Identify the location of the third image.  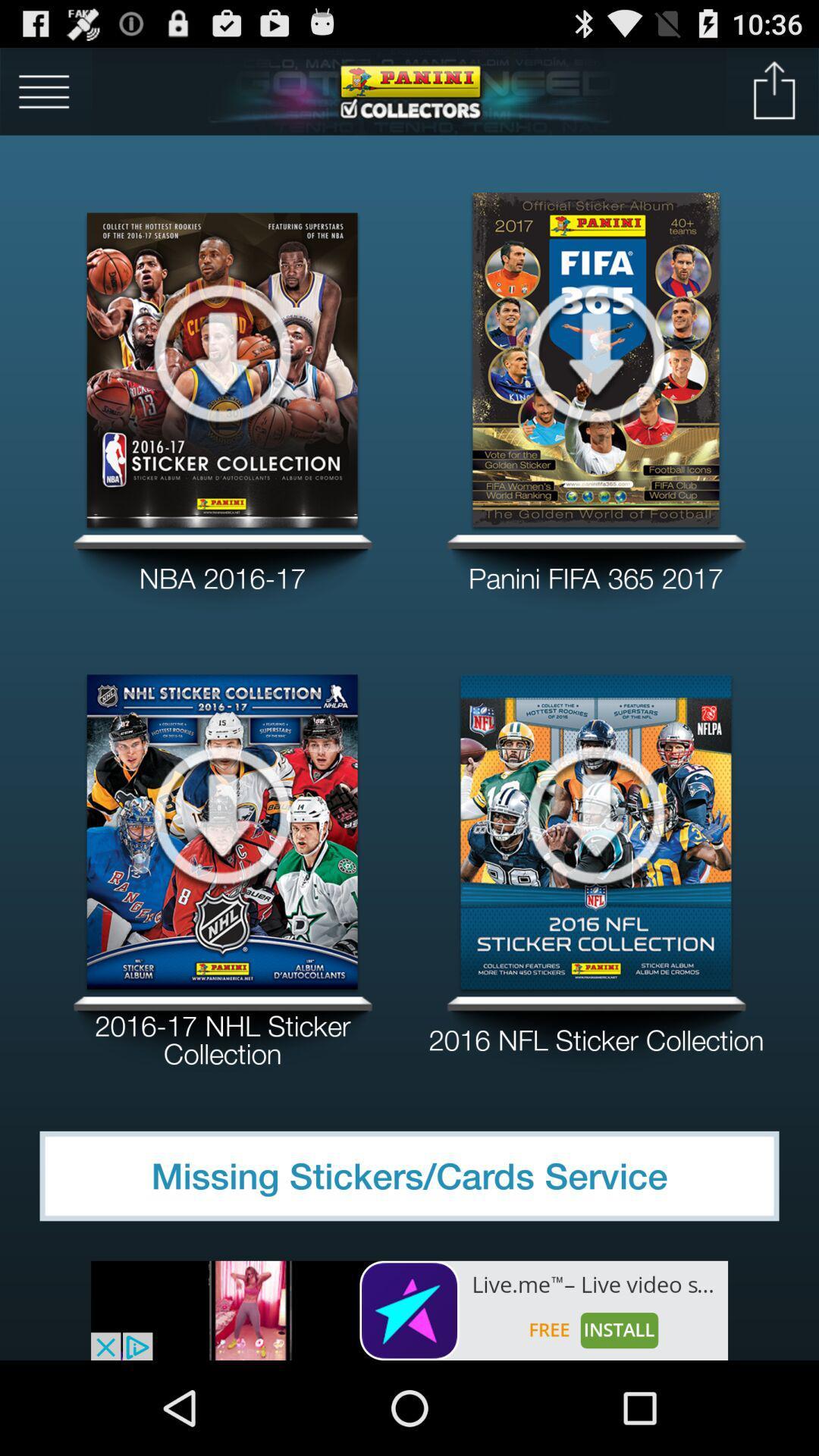
(222, 814).